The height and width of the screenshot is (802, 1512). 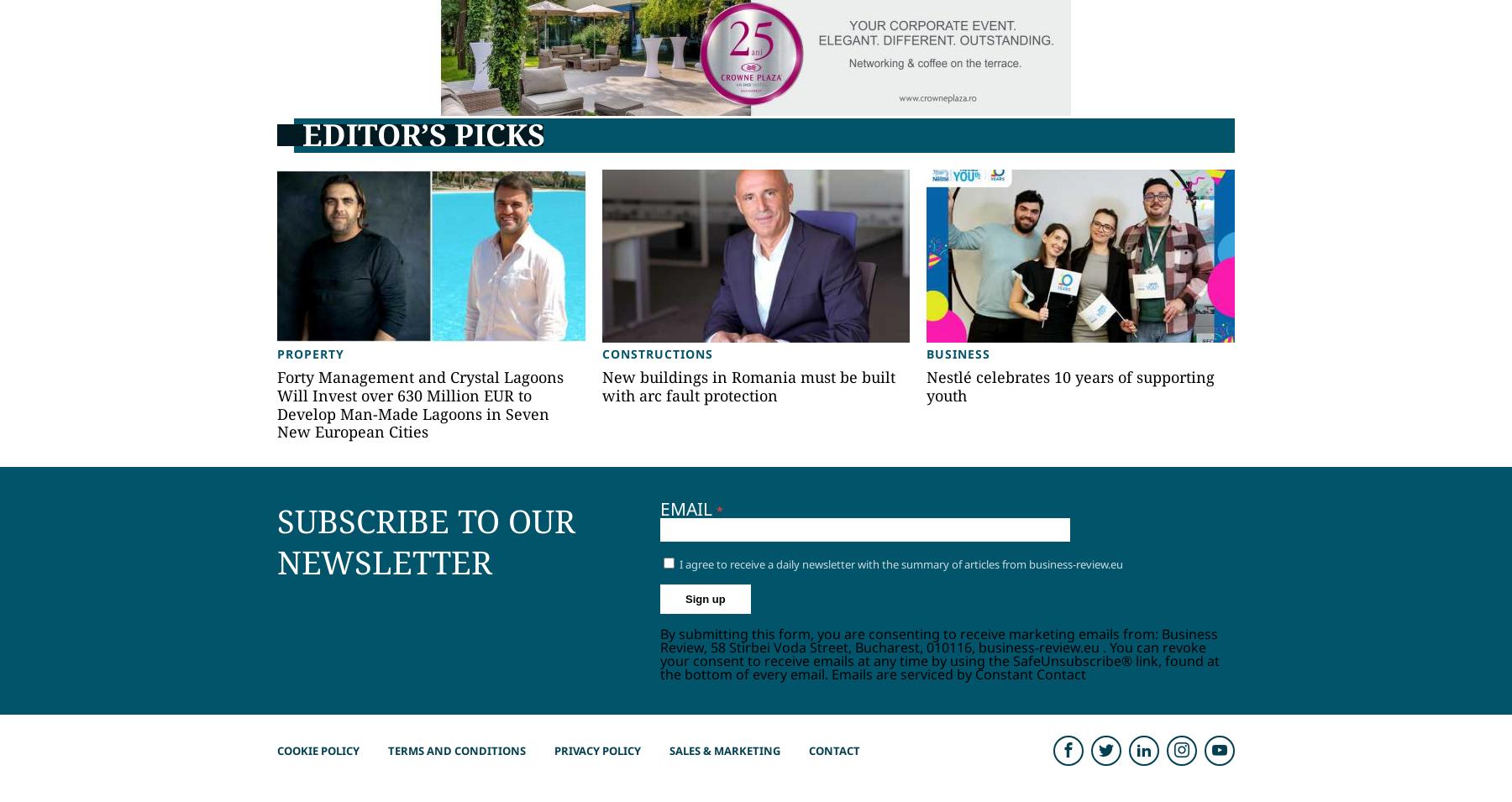 What do you see at coordinates (688, 507) in the screenshot?
I see `'Email'` at bounding box center [688, 507].